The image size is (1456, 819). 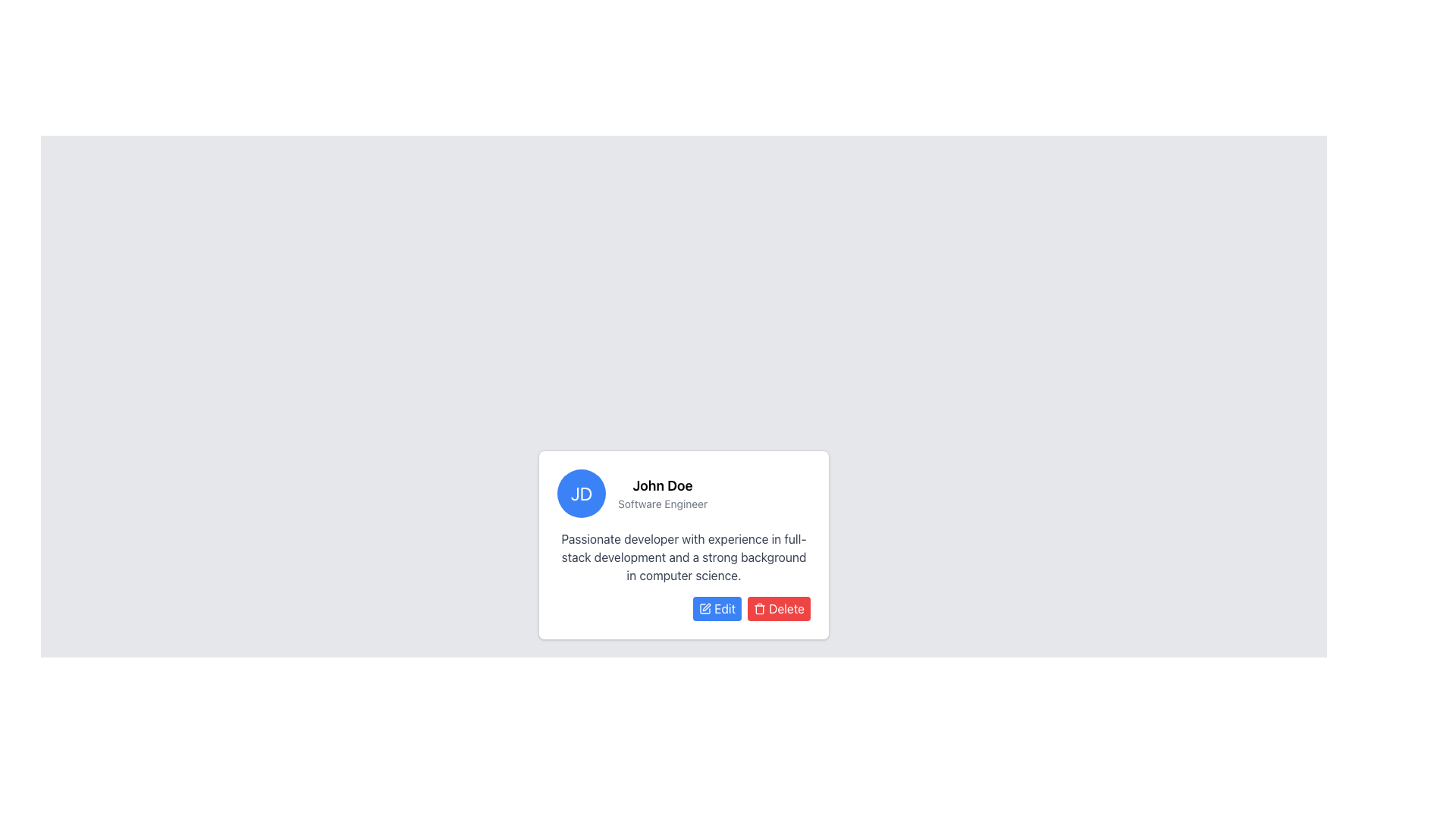 What do you see at coordinates (779, 607) in the screenshot?
I see `the red 'Delete' button with rounded corners located at the bottom-right of the card` at bounding box center [779, 607].